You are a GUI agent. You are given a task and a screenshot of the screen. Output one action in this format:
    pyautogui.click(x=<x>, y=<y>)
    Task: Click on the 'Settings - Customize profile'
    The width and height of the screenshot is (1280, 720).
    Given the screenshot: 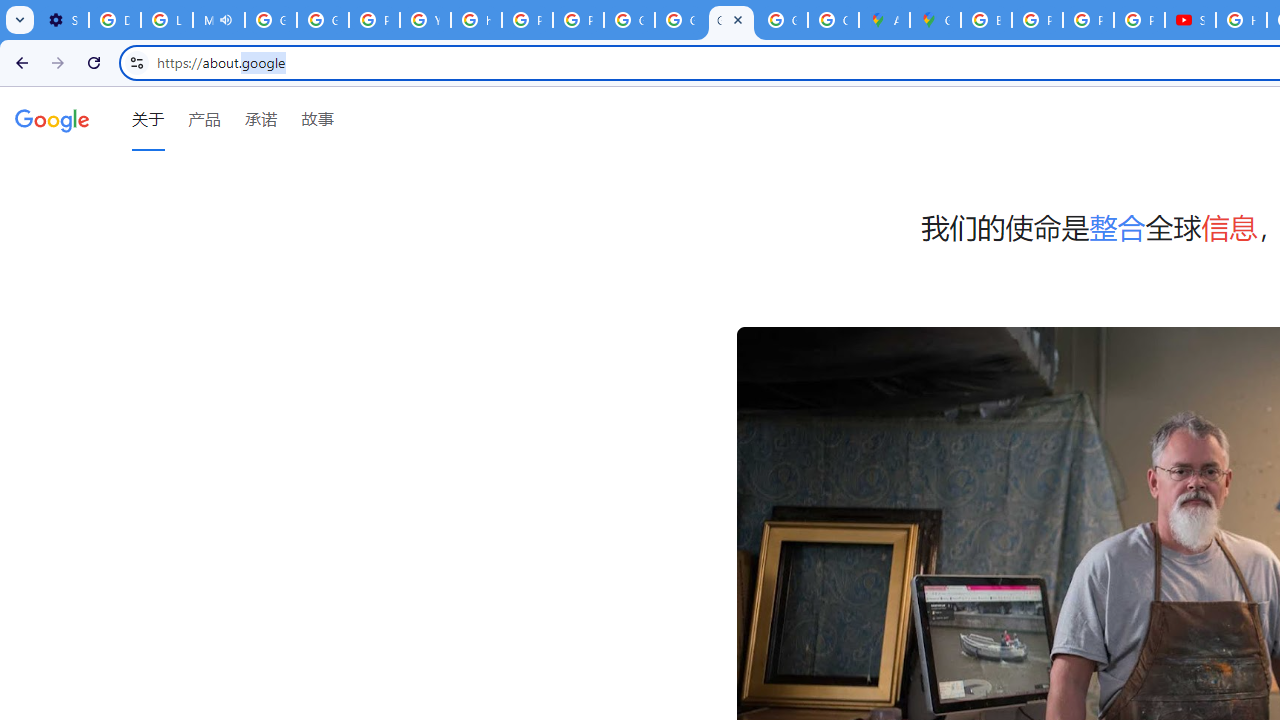 What is the action you would take?
    pyautogui.click(x=63, y=20)
    